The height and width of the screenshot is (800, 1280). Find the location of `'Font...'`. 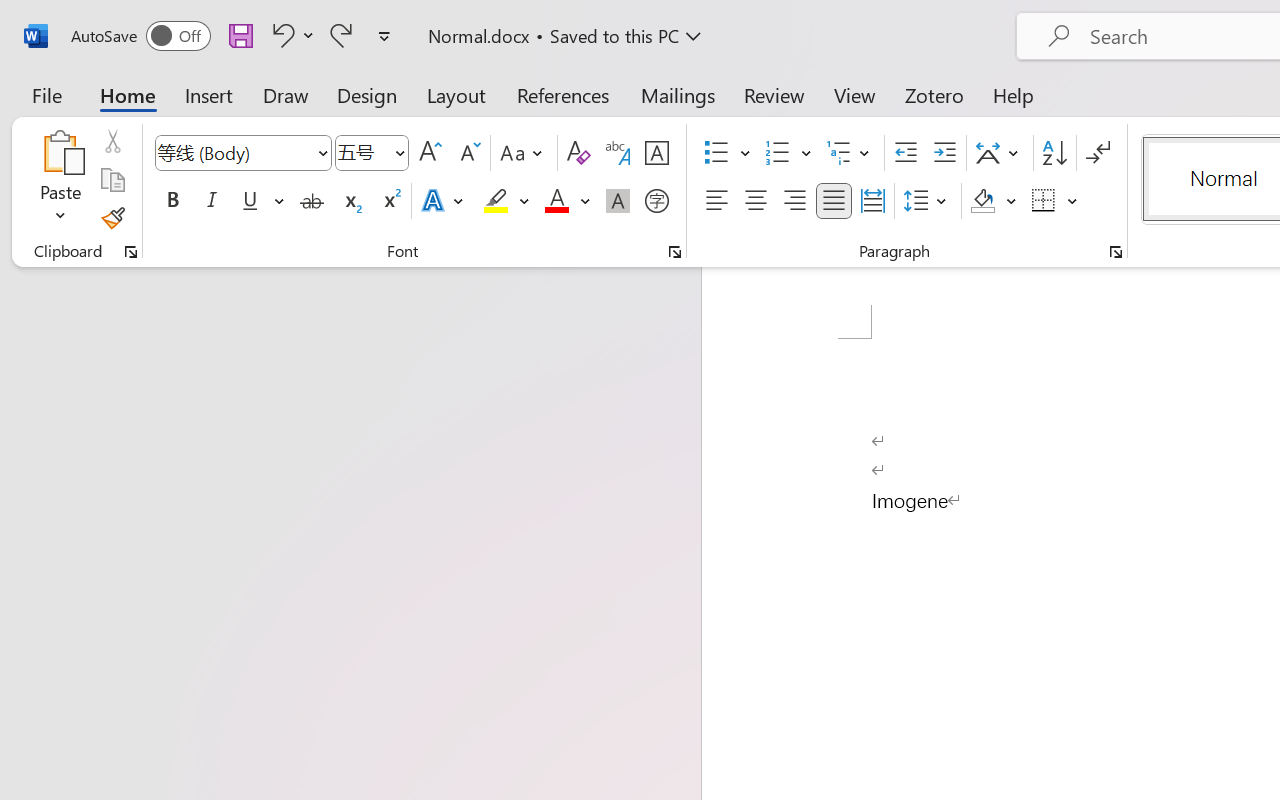

'Font...' is located at coordinates (675, 251).